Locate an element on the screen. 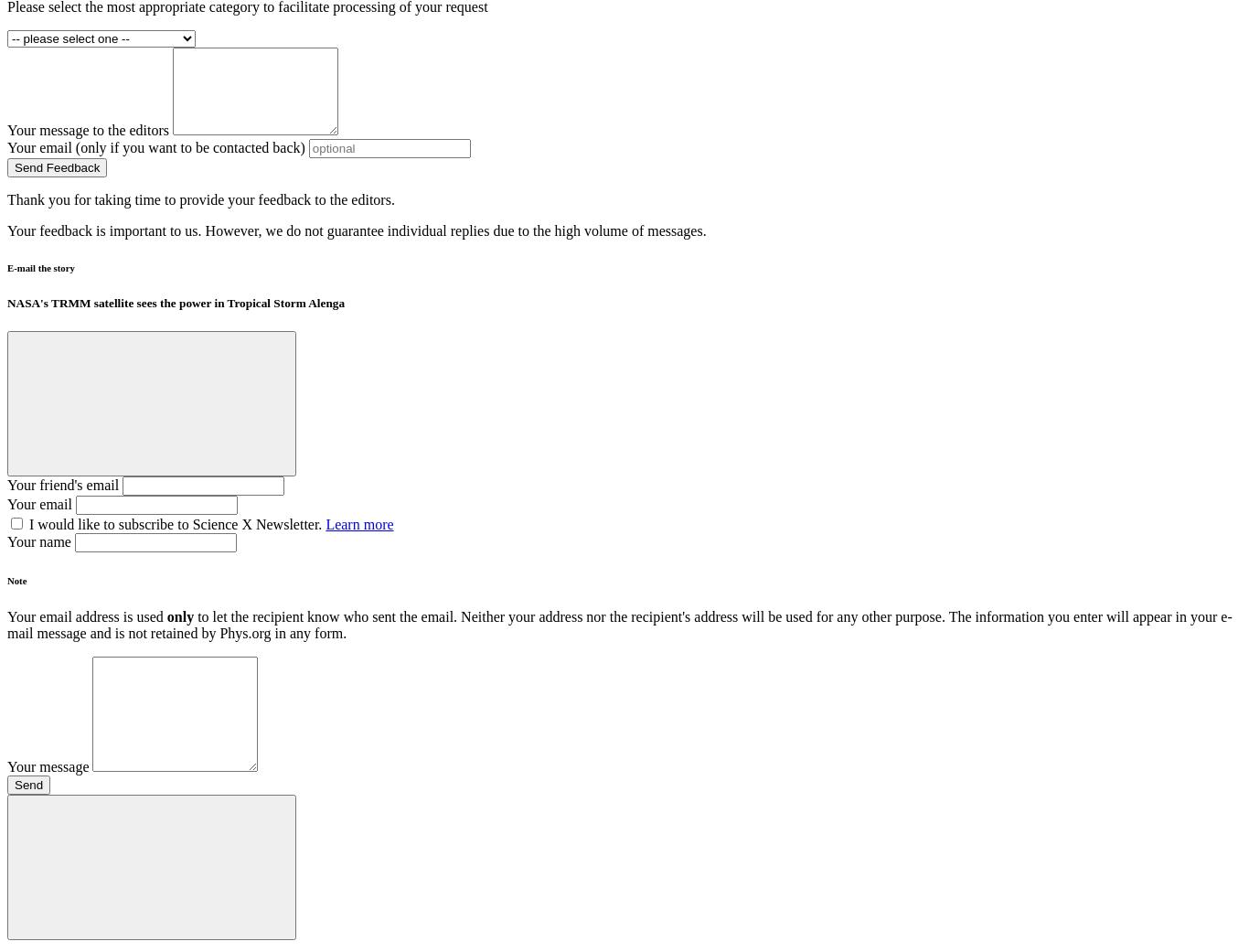 The image size is (1249, 952). 'Your name' is located at coordinates (38, 540).